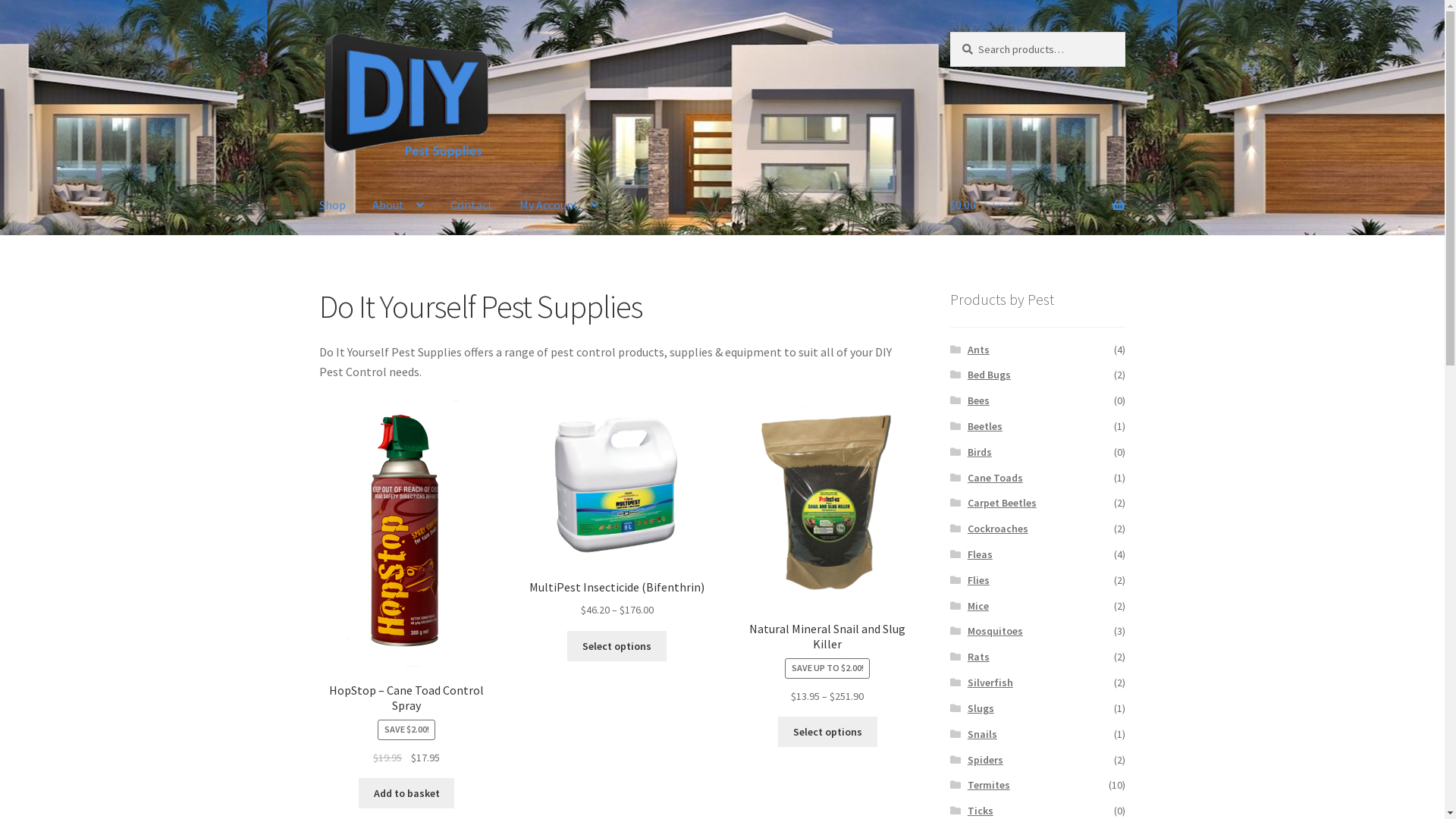  What do you see at coordinates (827, 730) in the screenshot?
I see `'Select options'` at bounding box center [827, 730].